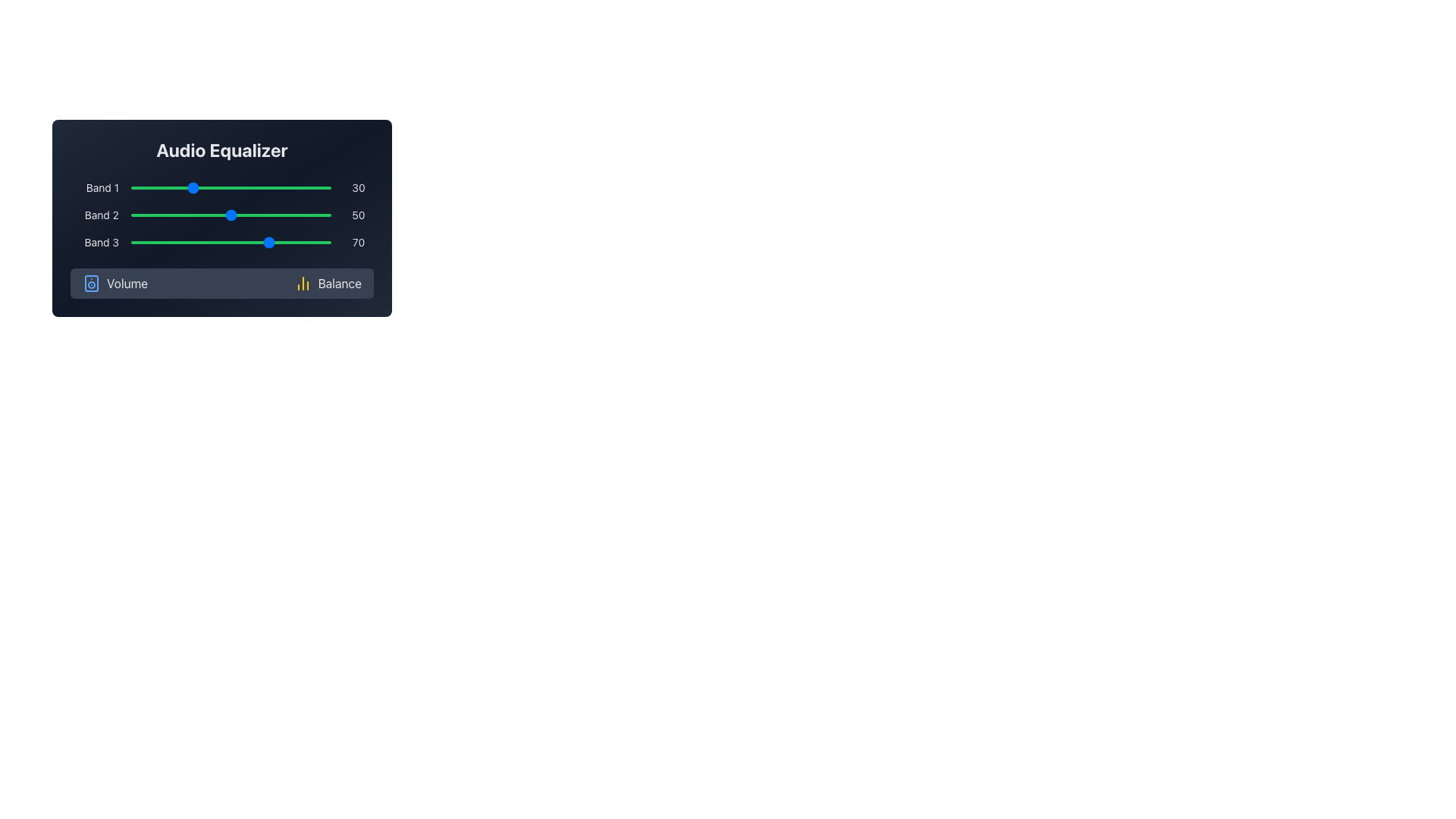 The image size is (1456, 819). I want to click on the 'Band 3' label, which is part of the audio equalizer interface, located below 'Band 2' and above the 'Volume' button, aligned to the right, so click(93, 242).